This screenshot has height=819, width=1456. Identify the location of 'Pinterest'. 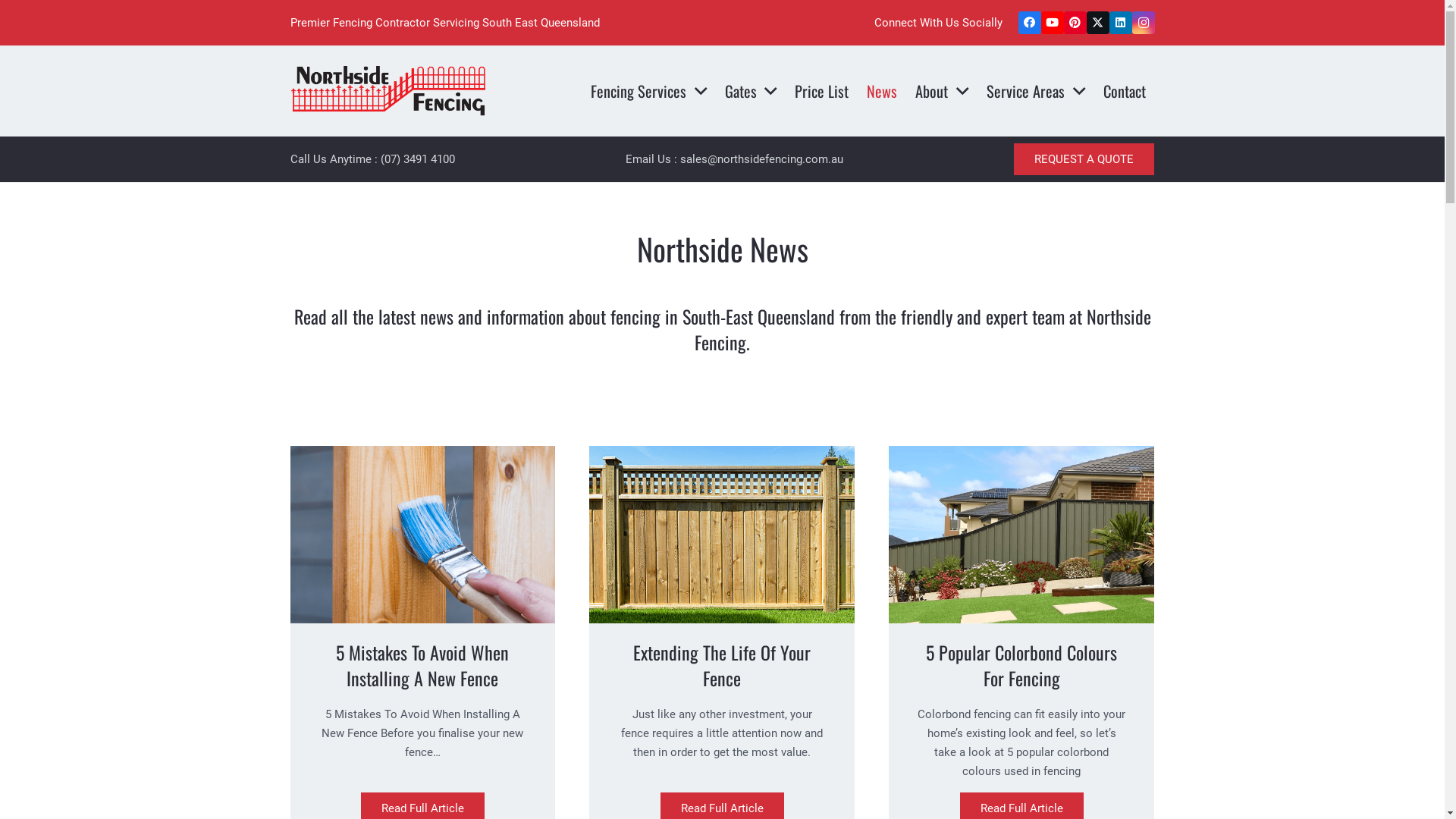
(1062, 23).